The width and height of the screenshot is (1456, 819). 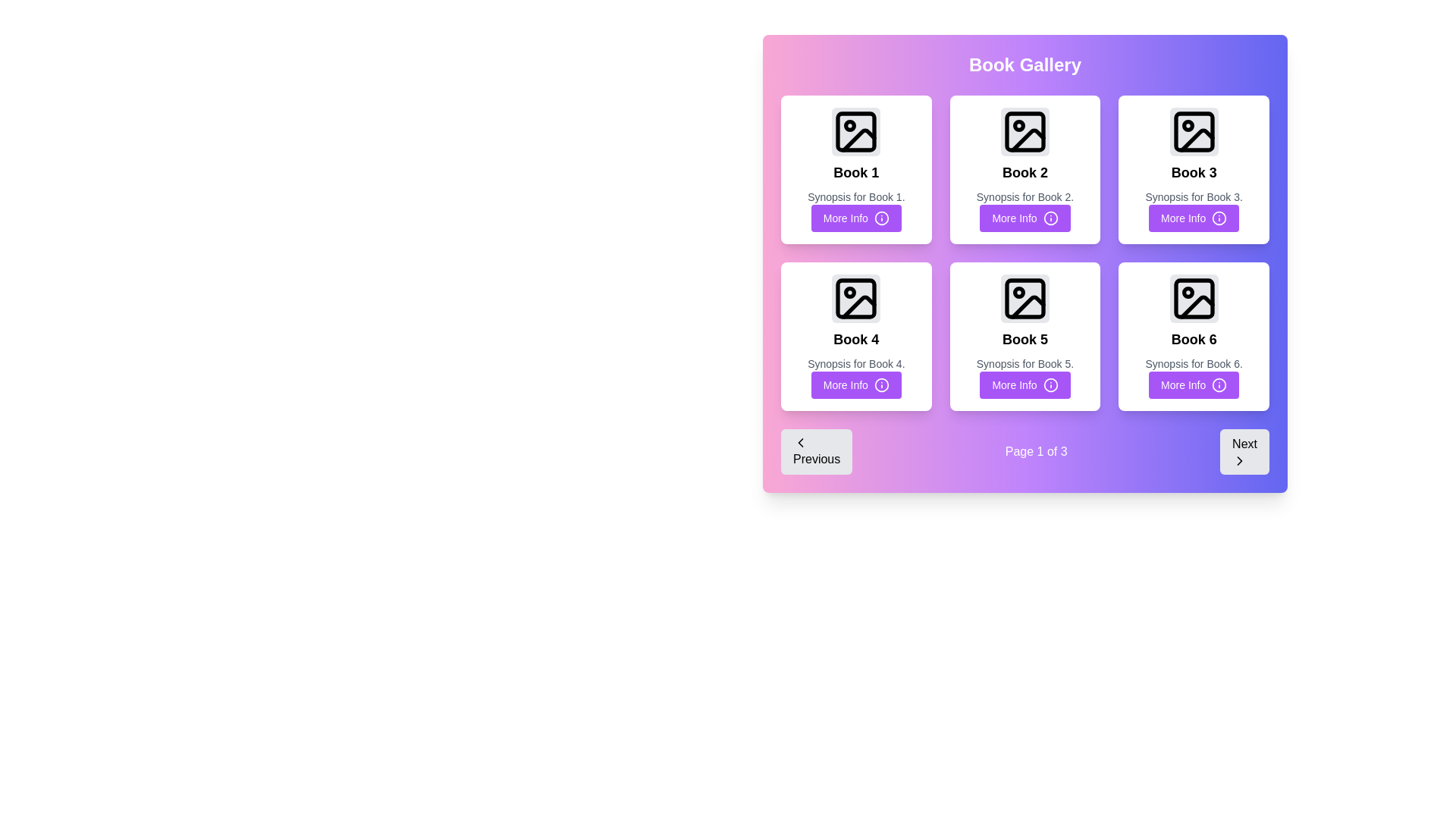 I want to click on the circular SVG graphic inside the 'More Info' button under 'Book 3', so click(x=1219, y=218).